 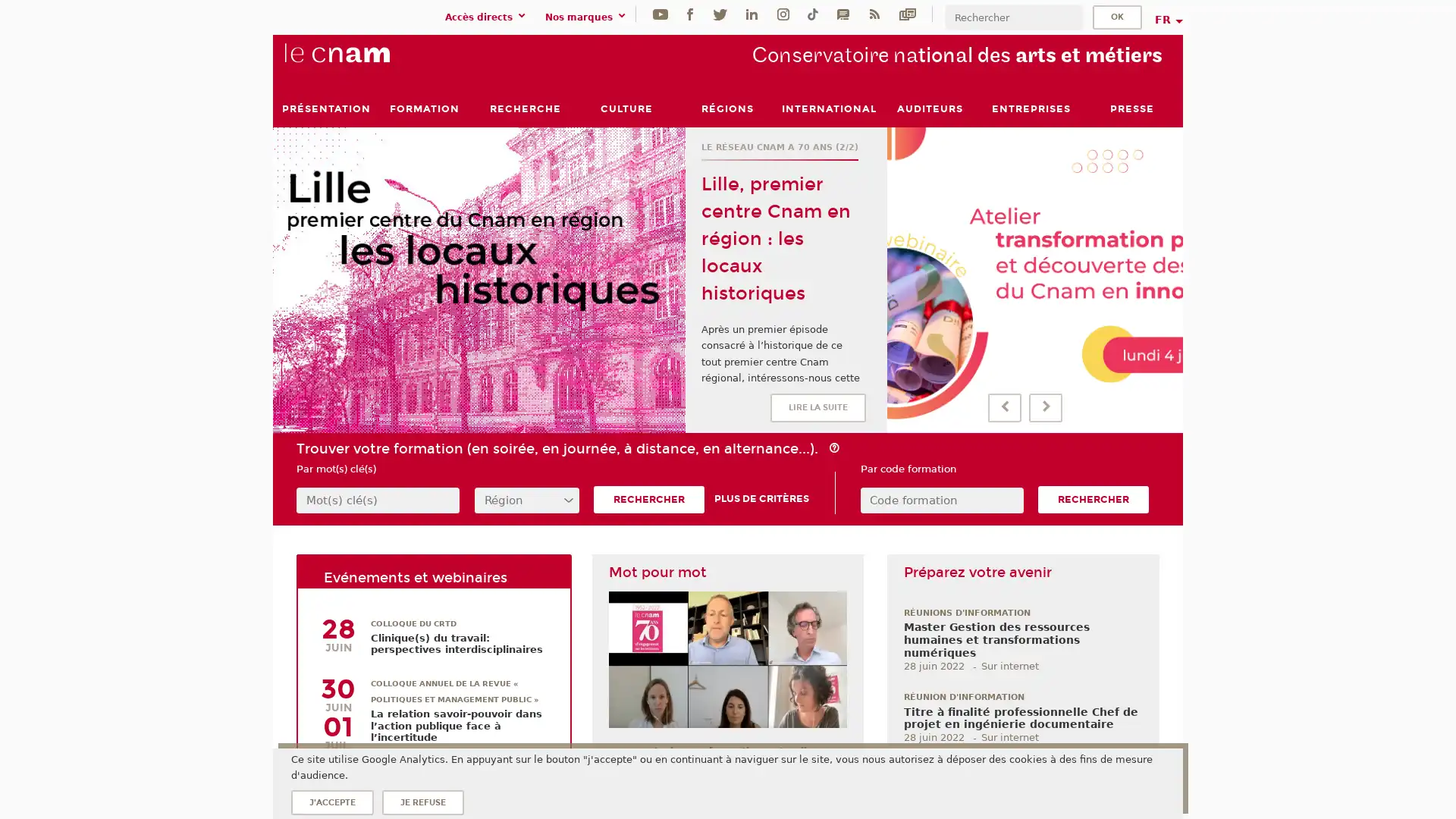 I want to click on RECHERCHER, so click(x=648, y=500).